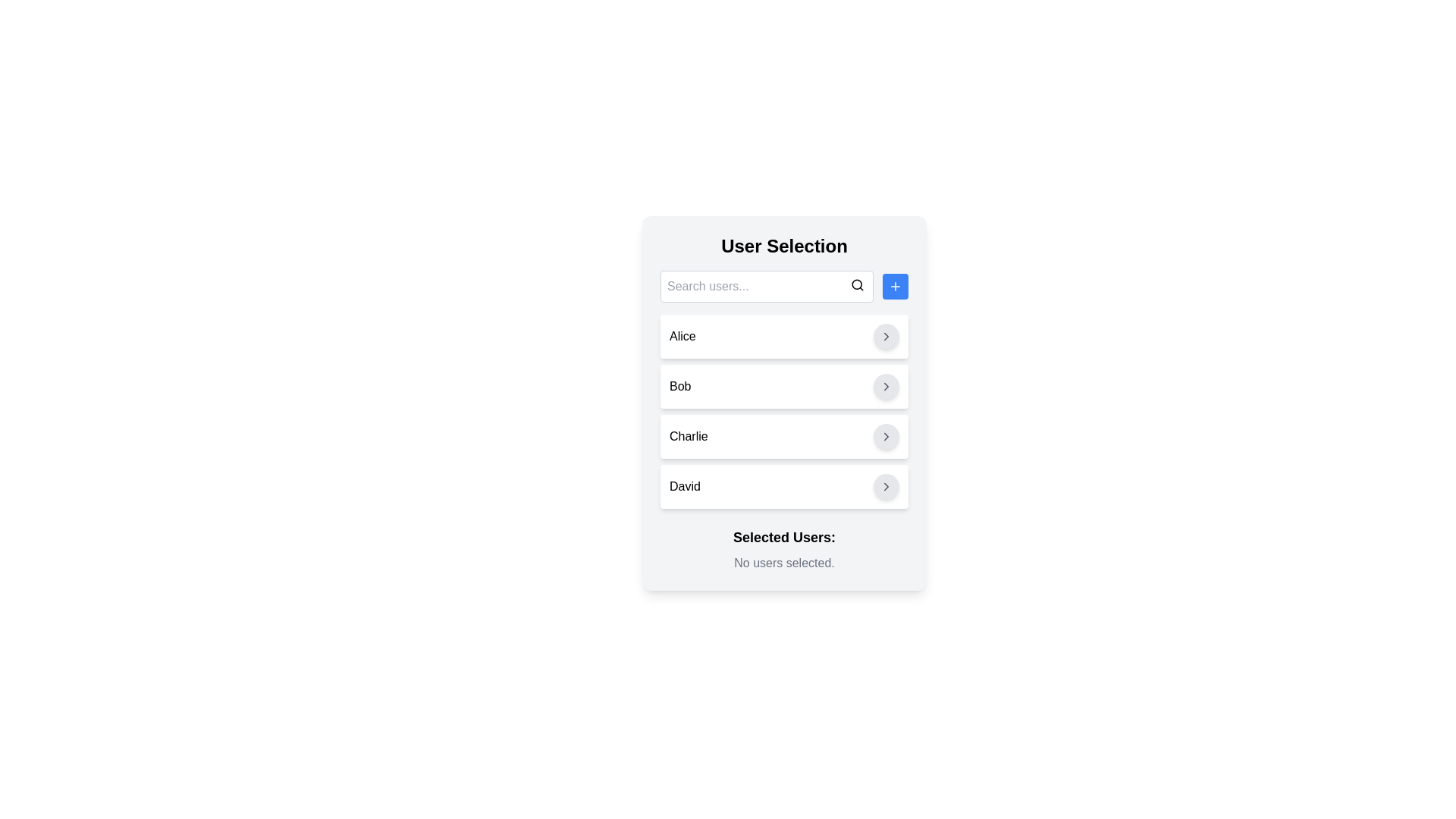 This screenshot has width=1456, height=819. What do you see at coordinates (886, 385) in the screenshot?
I see `the navigation button located in the bottom-right corner of the 'Bob' selection card` at bounding box center [886, 385].